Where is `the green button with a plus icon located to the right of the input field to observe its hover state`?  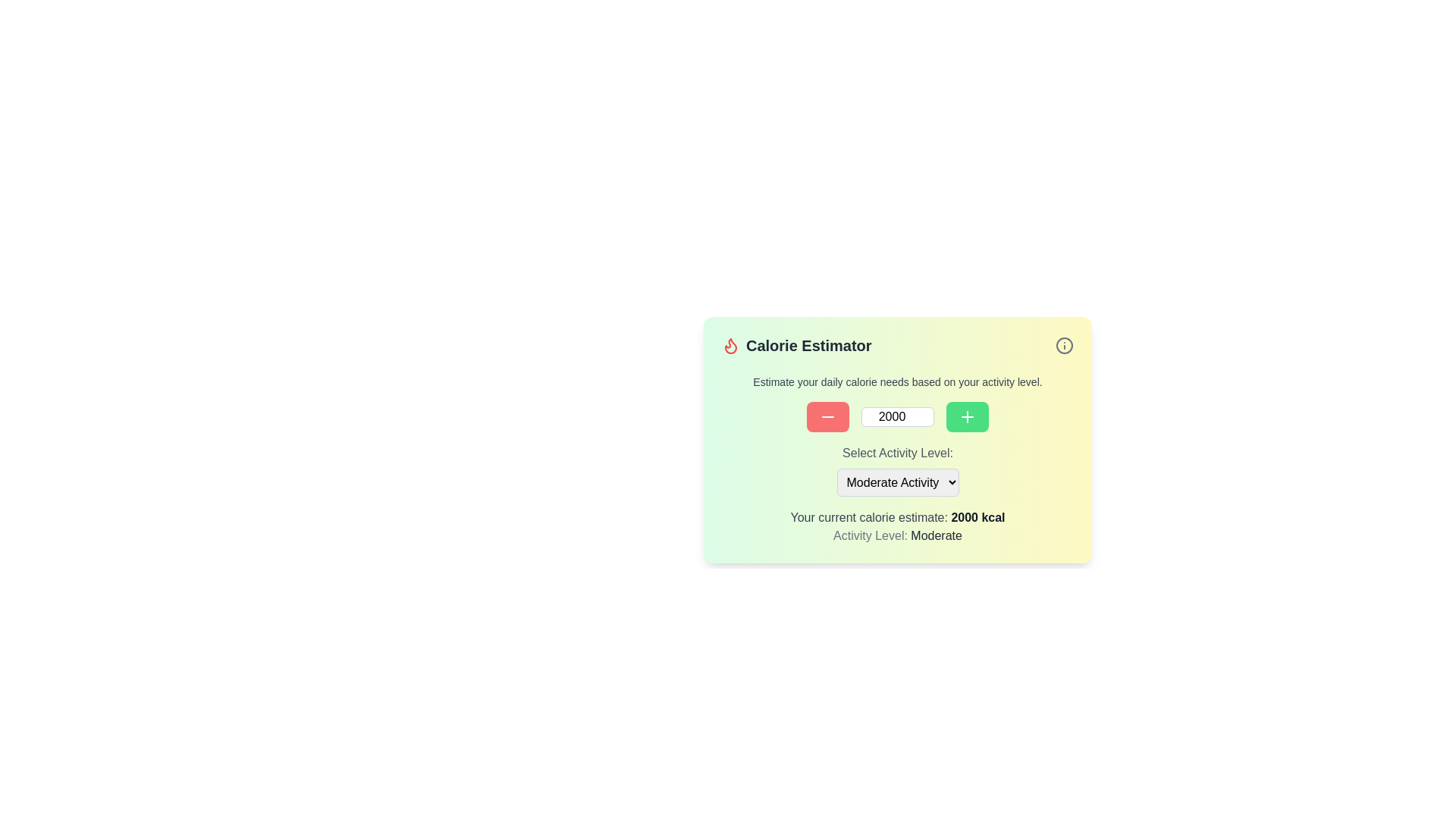 the green button with a plus icon located to the right of the input field to observe its hover state is located at coordinates (967, 417).